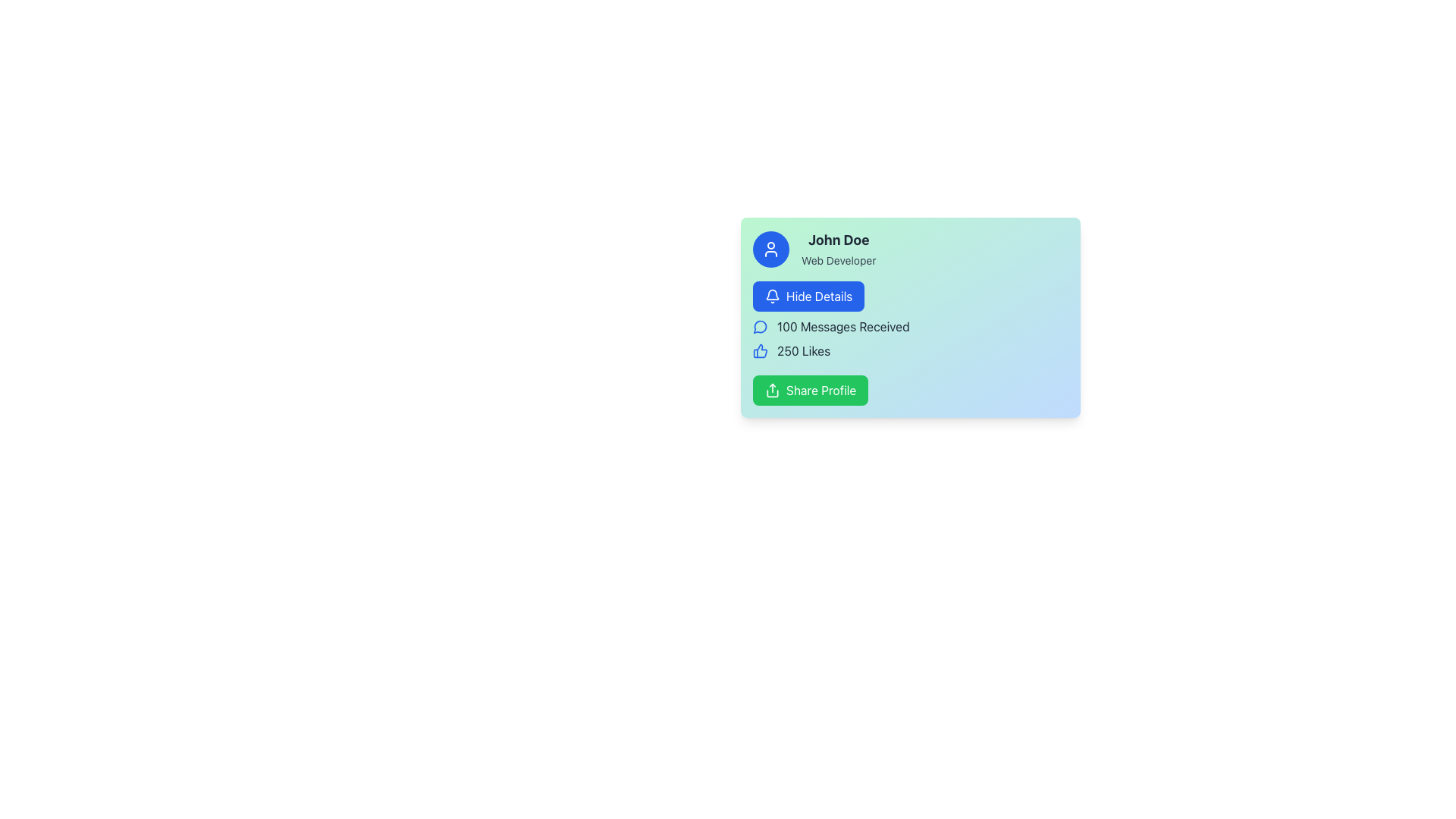  What do you see at coordinates (838, 239) in the screenshot?
I see `the text label displaying 'John Doe', which is styled in bold and dark color, located near the top-left of the card-like section, right of a circular icon, above the sub-label 'Web Developer'` at bounding box center [838, 239].